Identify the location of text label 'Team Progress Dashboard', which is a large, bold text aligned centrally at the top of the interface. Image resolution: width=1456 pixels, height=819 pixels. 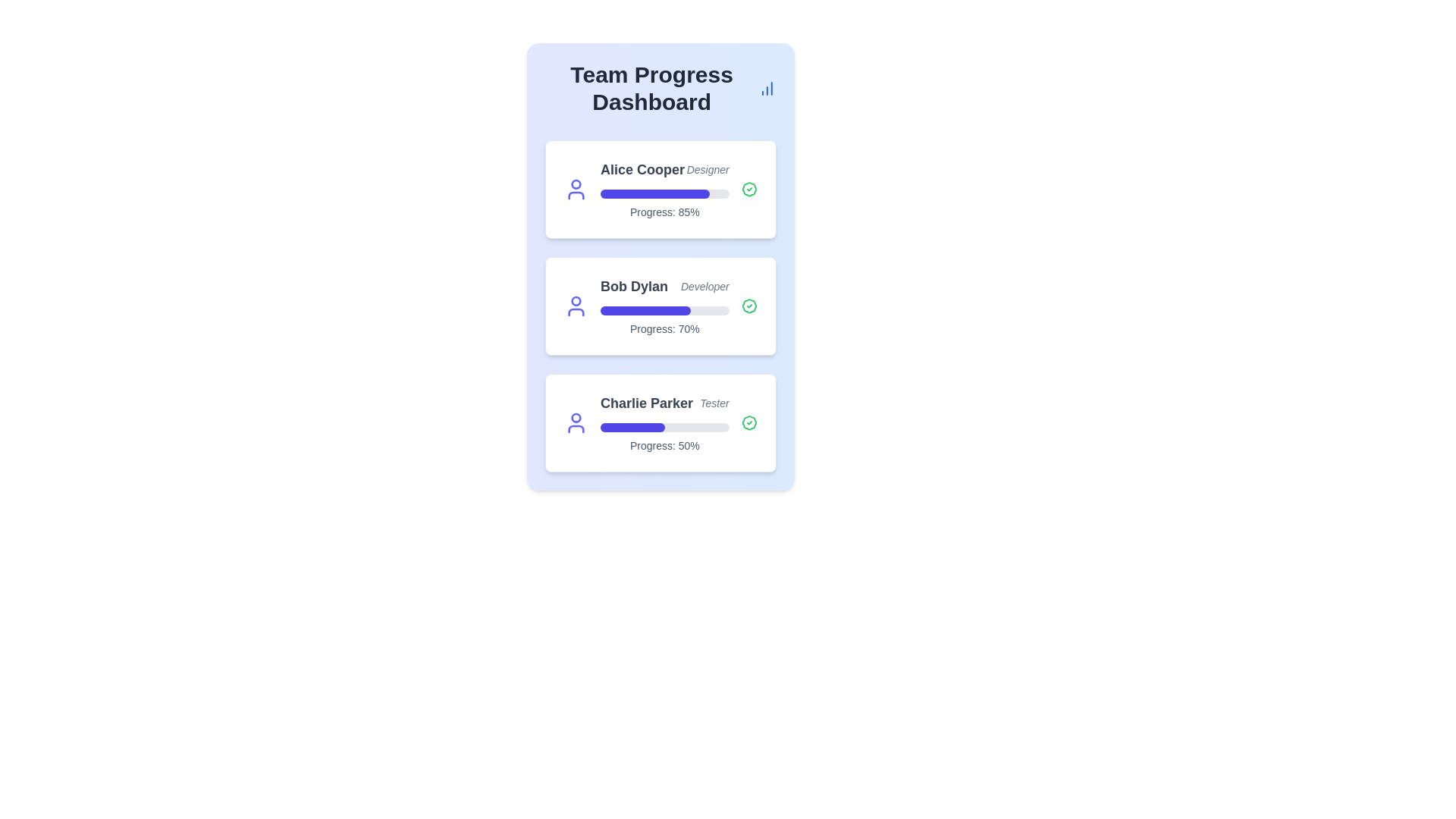
(651, 88).